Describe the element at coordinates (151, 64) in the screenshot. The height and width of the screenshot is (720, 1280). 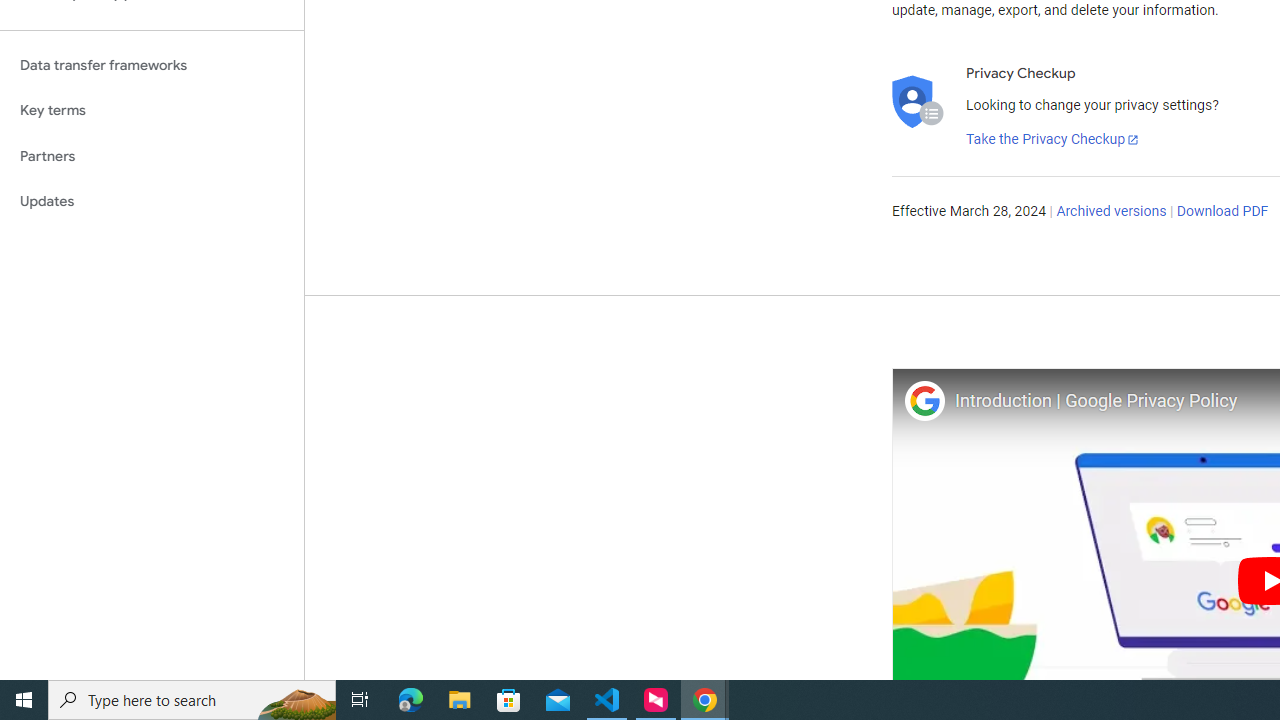
I see `'Data transfer frameworks'` at that location.